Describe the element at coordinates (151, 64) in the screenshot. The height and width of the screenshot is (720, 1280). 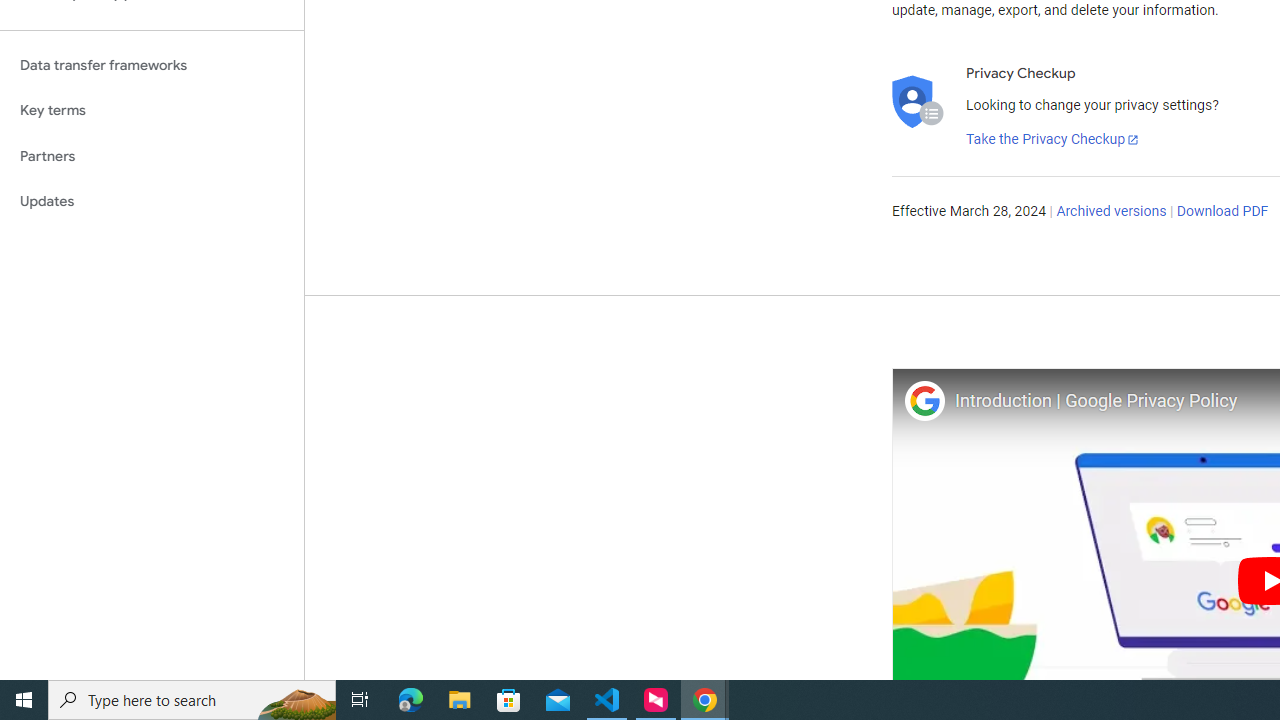
I see `'Data transfer frameworks'` at that location.